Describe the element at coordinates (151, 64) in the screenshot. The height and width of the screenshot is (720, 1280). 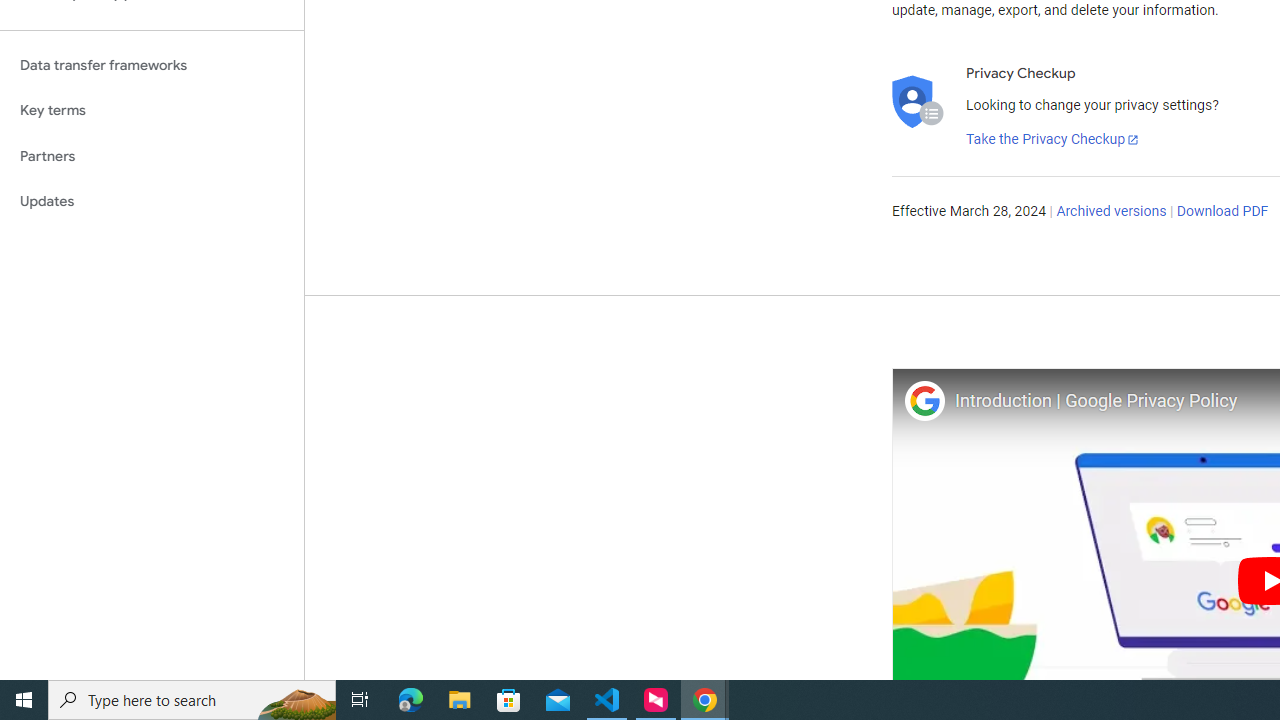
I see `'Data transfer frameworks'` at that location.